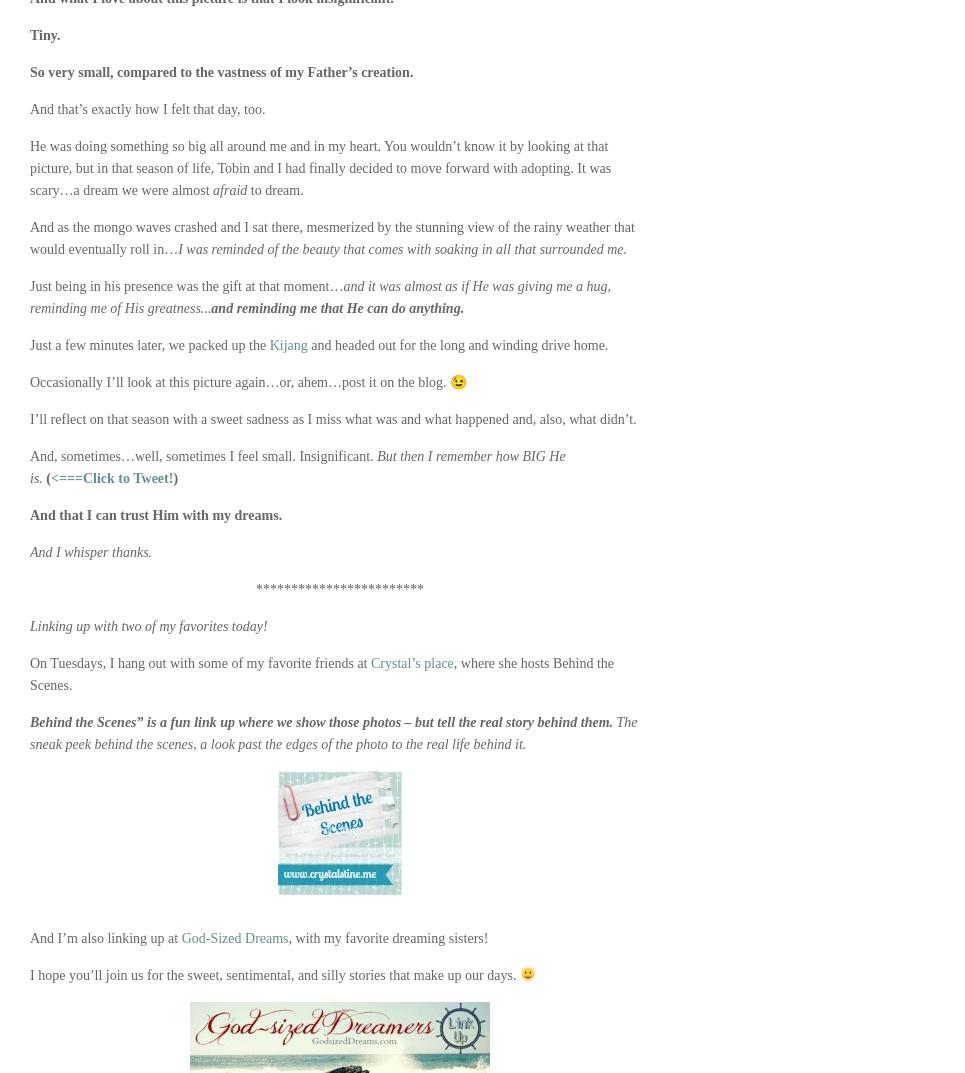  I want to click on 'I hope you’ll join us for the sweet, sentimental, and silly stories that make up our days.', so click(274, 974).